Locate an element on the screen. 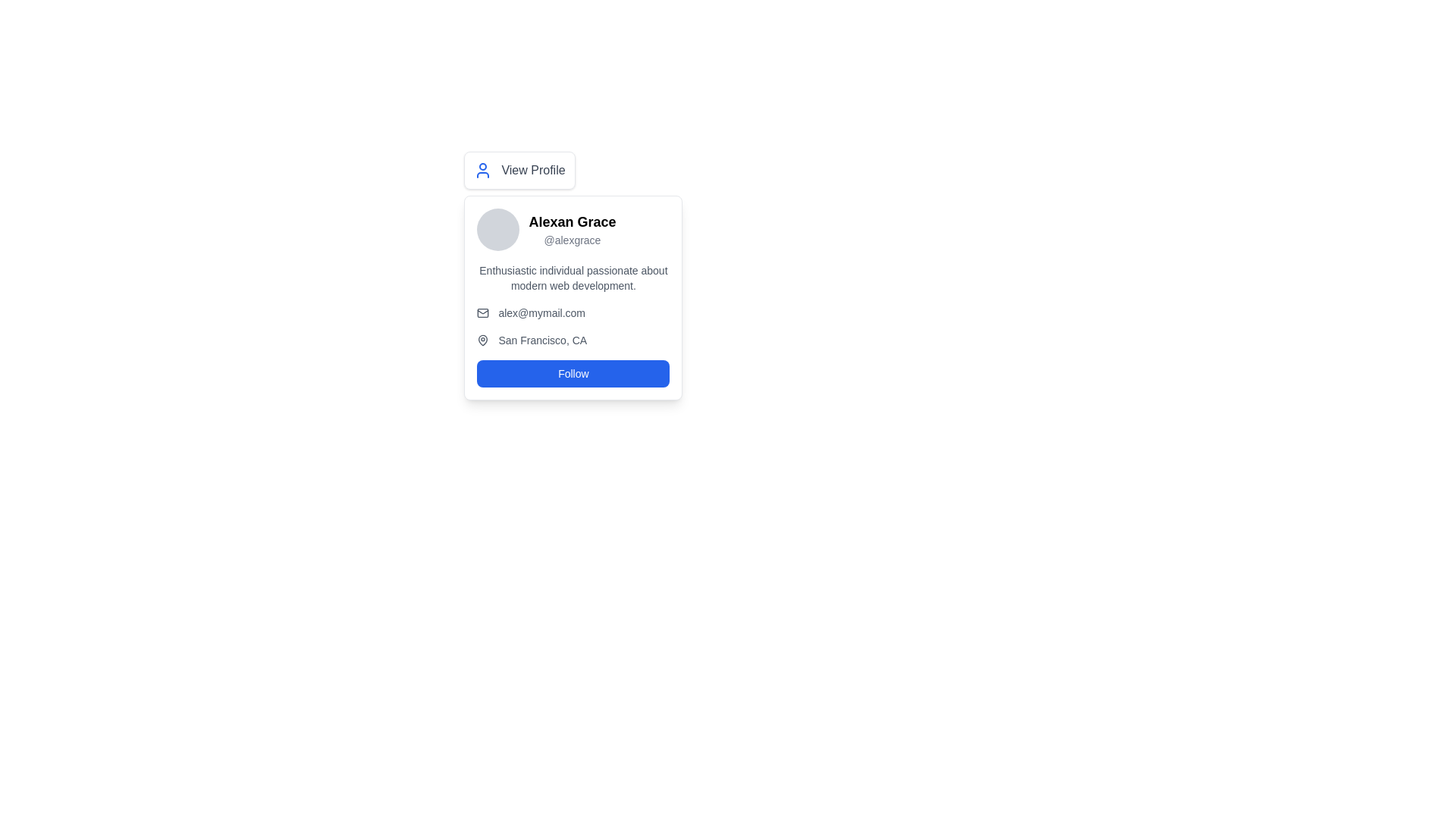 Image resolution: width=1456 pixels, height=819 pixels. text content of the 'View Profile' label, which is styled in gray font and located within a user-profile card layout is located at coordinates (533, 170).